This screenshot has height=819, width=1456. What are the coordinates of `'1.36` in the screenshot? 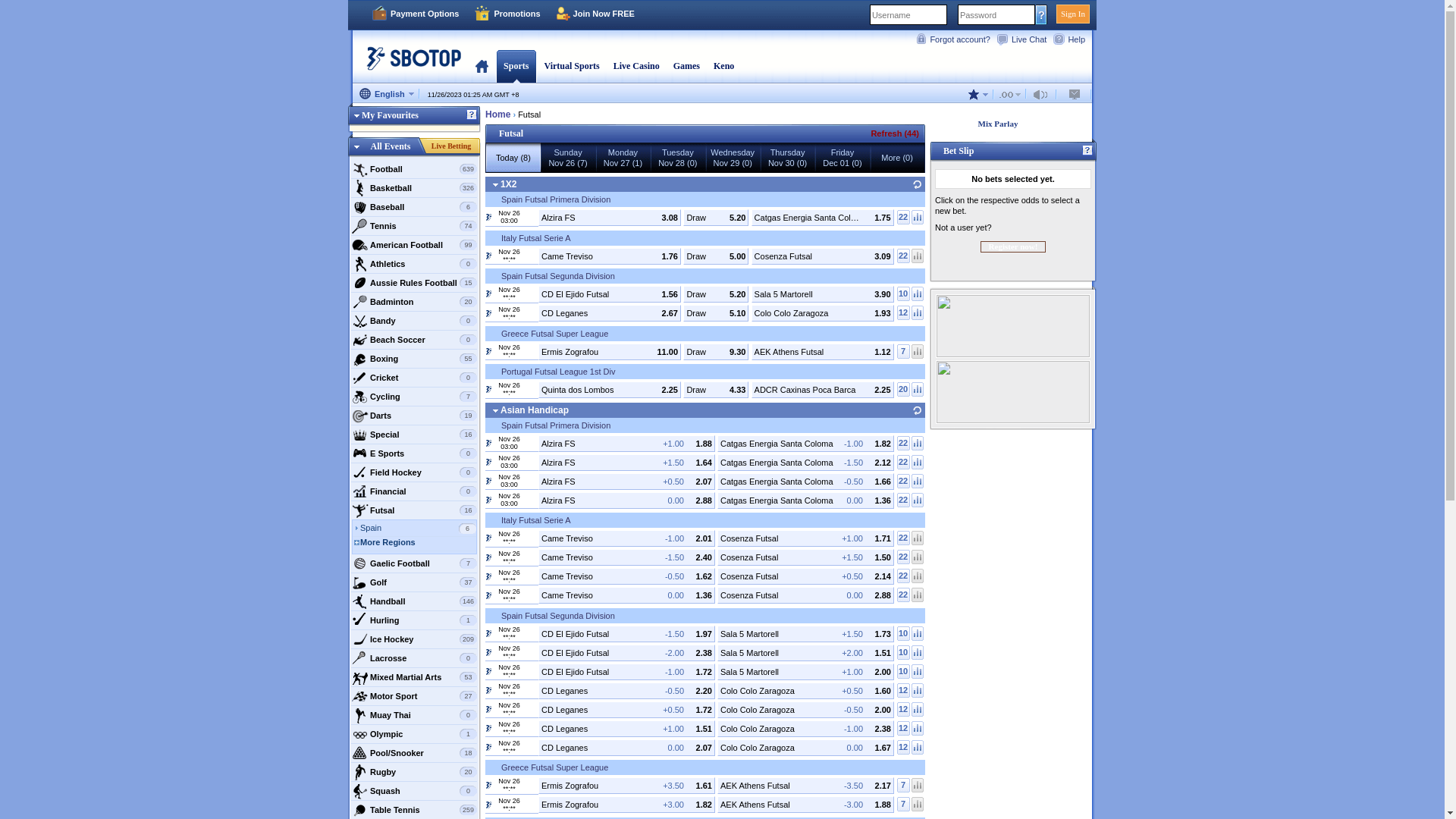 It's located at (805, 500).